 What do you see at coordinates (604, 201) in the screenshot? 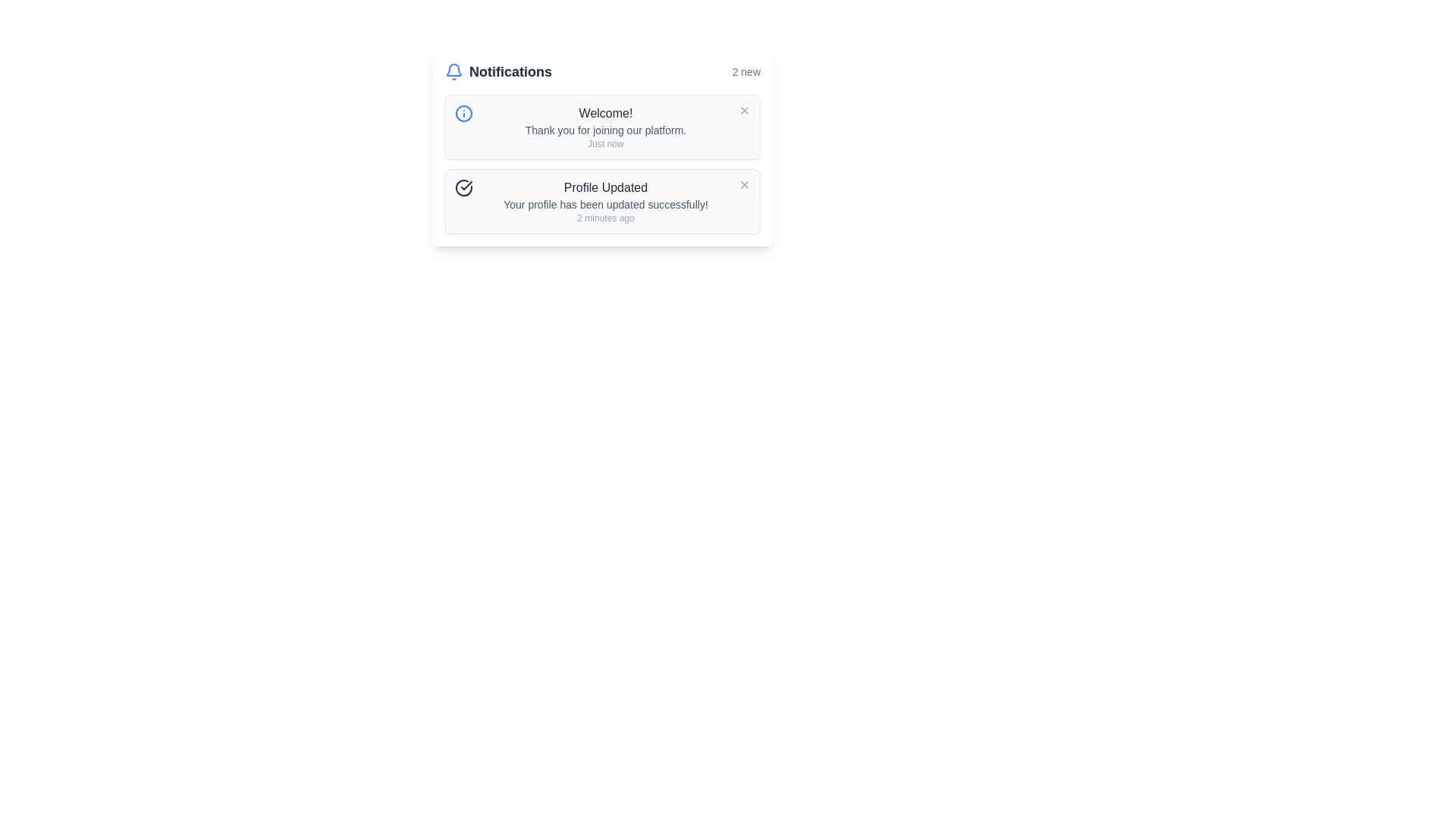
I see `the Notification message block that indicates the user's profile has been updated successfully` at bounding box center [604, 201].